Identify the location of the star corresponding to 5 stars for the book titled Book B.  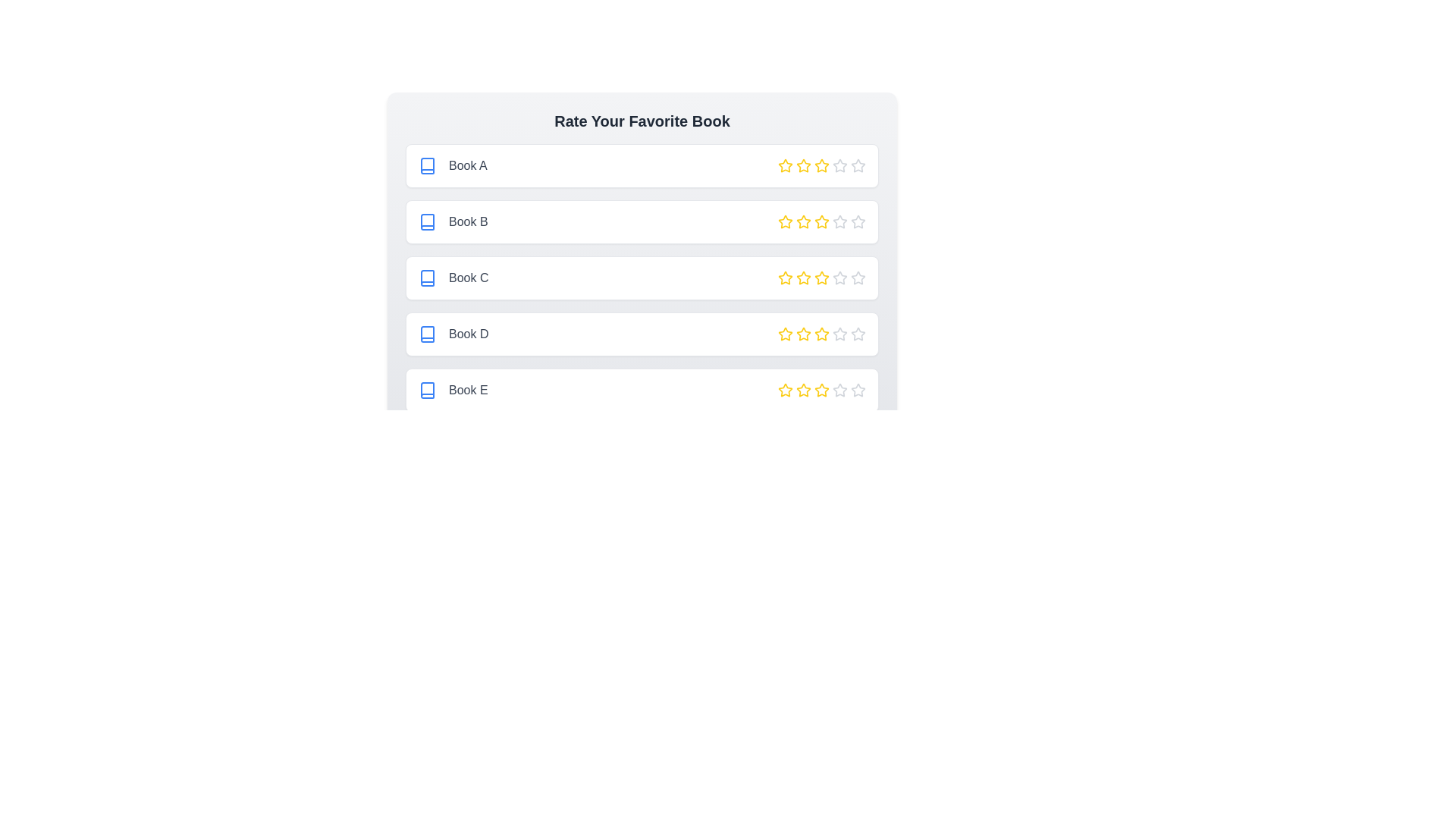
(858, 222).